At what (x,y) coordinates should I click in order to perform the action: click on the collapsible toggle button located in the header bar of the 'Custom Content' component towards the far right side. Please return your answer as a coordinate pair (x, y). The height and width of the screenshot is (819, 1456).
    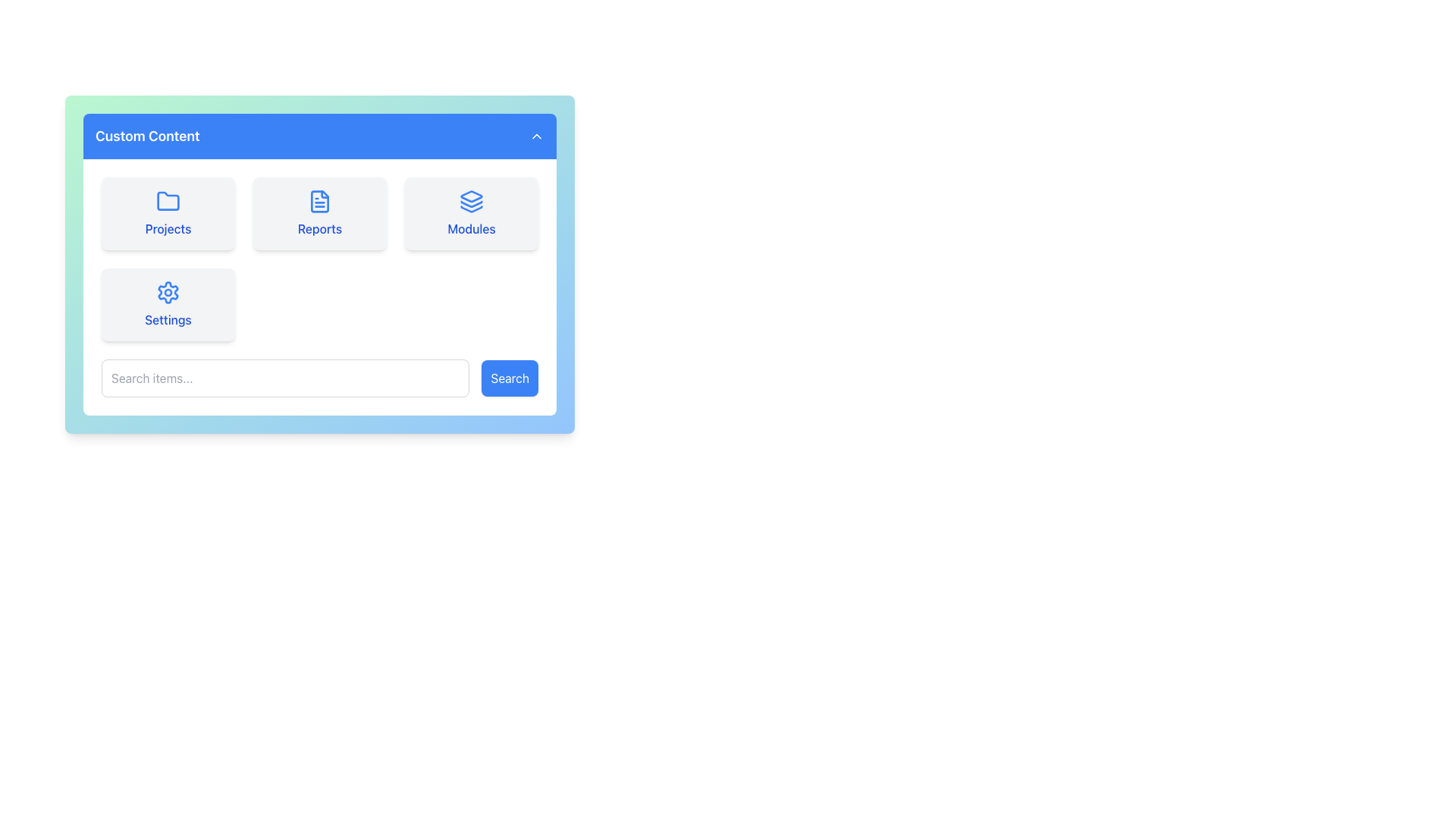
    Looking at the image, I should click on (537, 136).